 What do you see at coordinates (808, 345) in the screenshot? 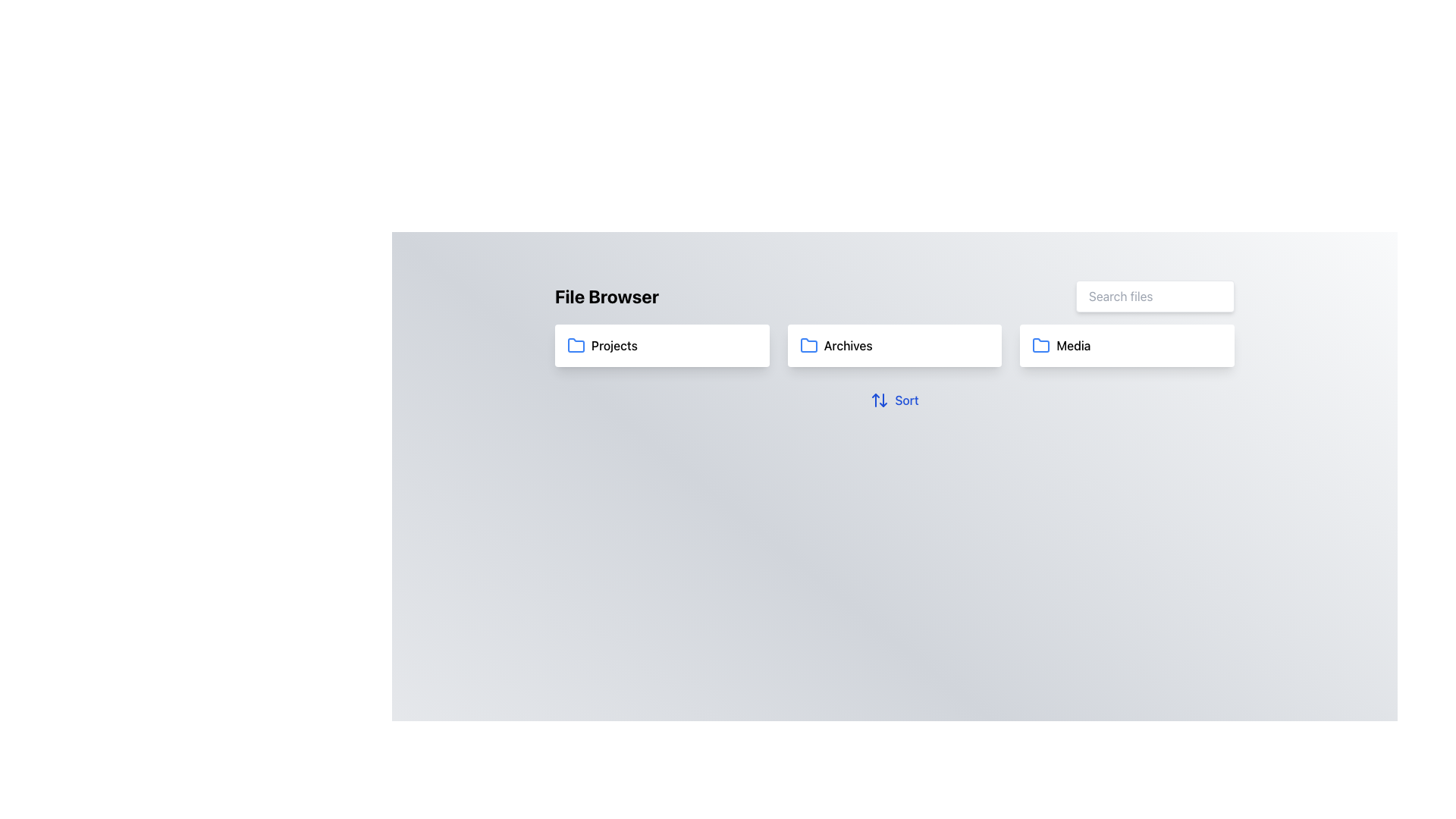
I see `the 'Archives' folder icon, which is located in the second item of the horizontal list of file category boxes` at bounding box center [808, 345].